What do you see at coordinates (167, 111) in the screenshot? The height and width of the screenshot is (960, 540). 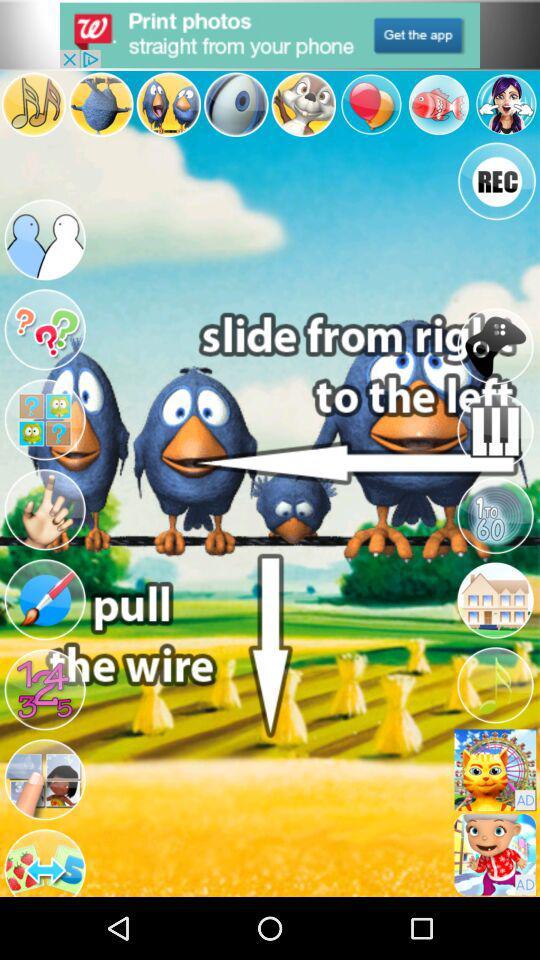 I see `the avatar icon` at bounding box center [167, 111].